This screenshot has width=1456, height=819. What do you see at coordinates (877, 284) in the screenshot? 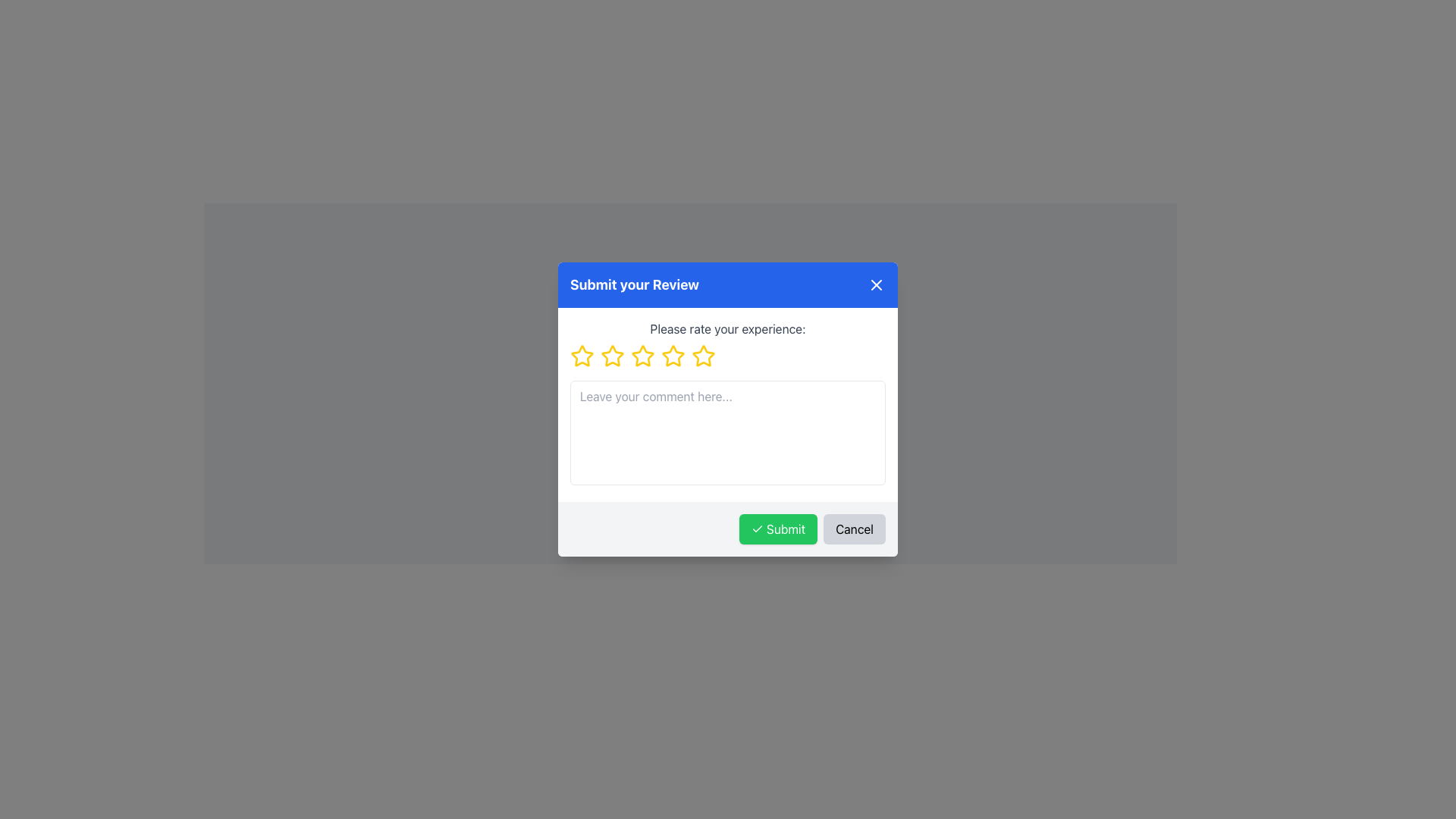
I see `the 'X' icon in the top-right corner of the blue header bar of the modal dialog titled 'Submit your Review'` at bounding box center [877, 284].